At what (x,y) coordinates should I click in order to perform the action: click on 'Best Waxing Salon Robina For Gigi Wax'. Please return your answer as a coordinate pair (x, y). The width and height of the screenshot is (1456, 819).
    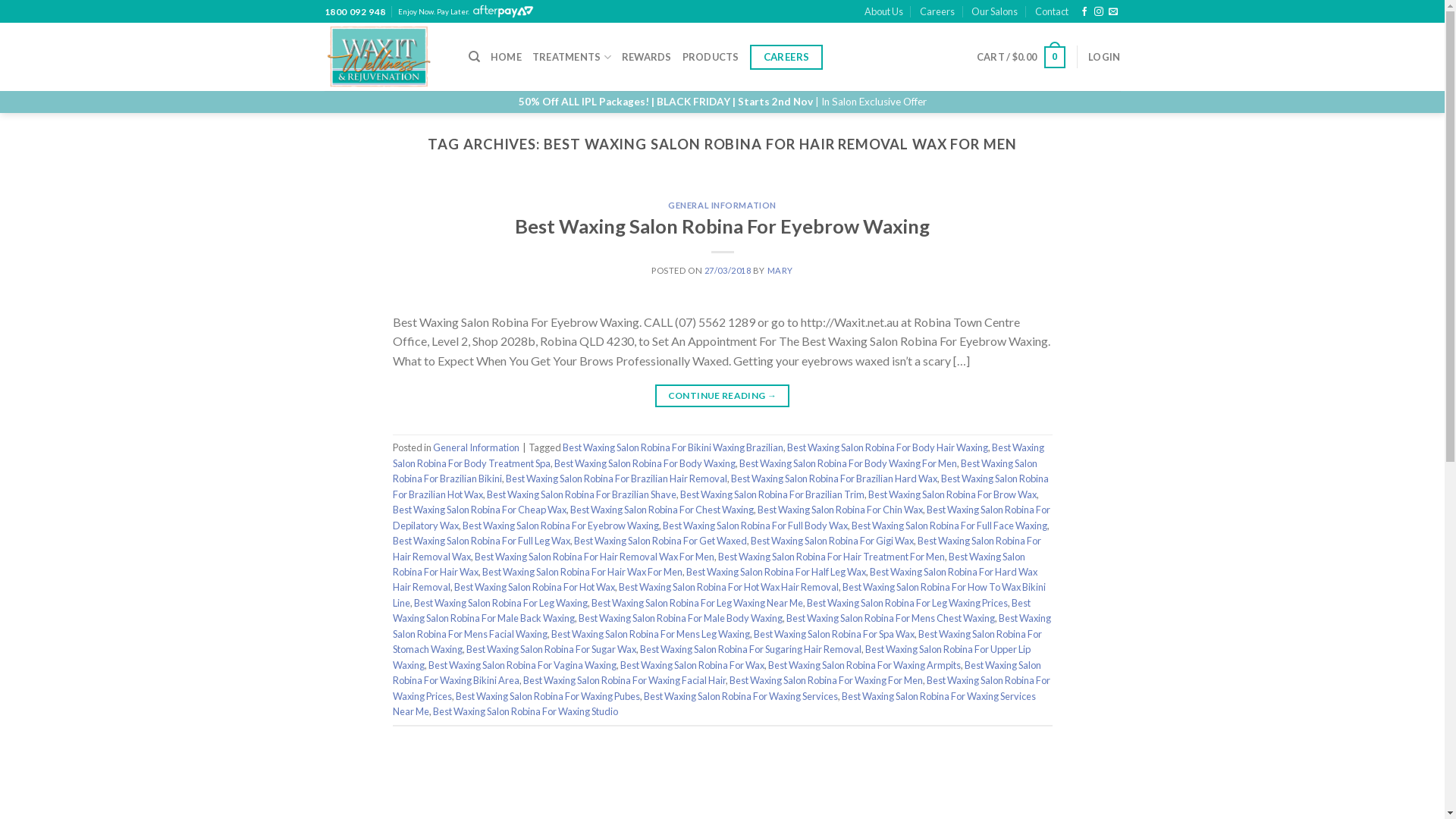
    Looking at the image, I should click on (831, 540).